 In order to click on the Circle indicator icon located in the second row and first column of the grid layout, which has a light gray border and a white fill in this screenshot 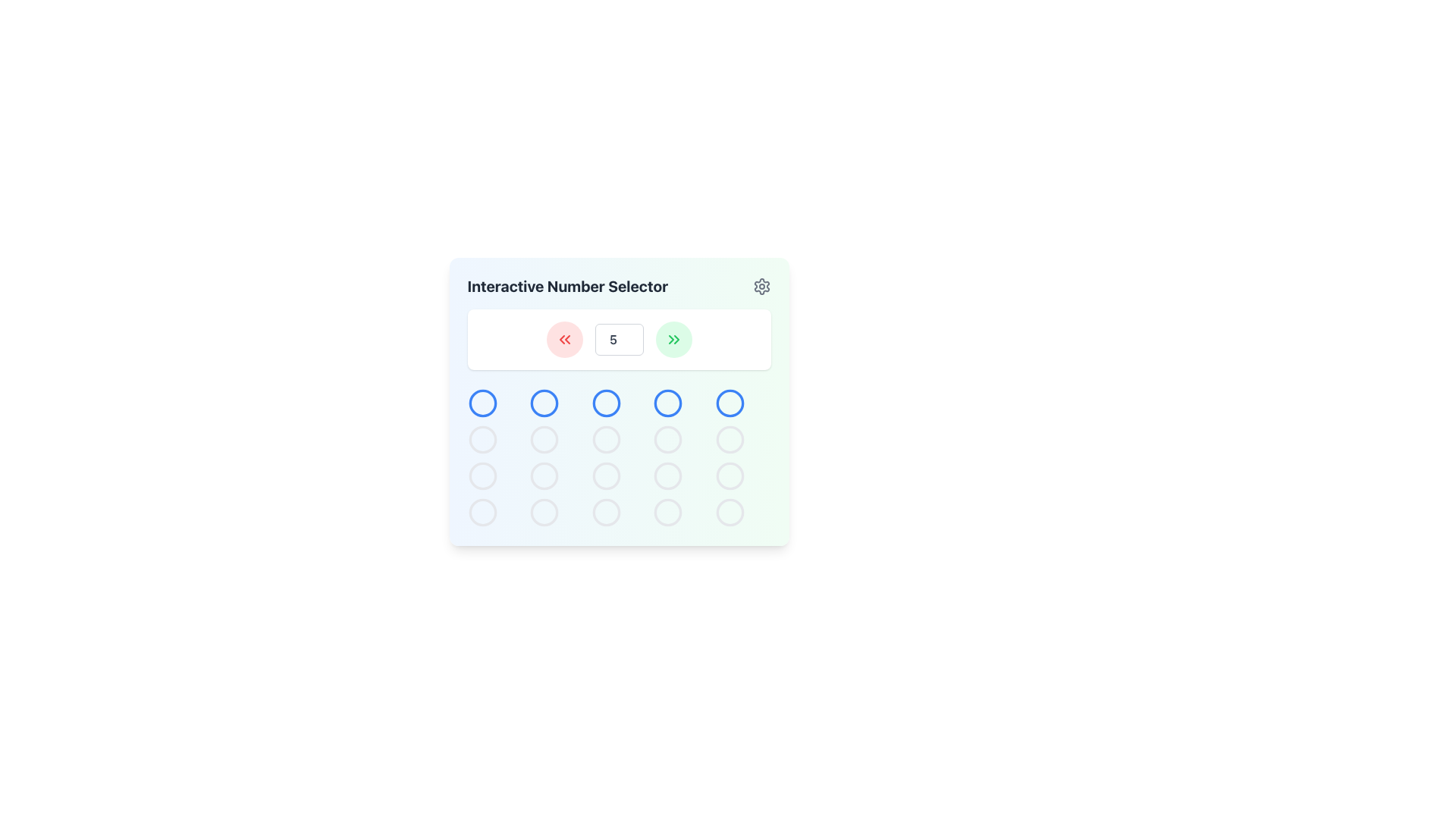, I will do `click(482, 439)`.